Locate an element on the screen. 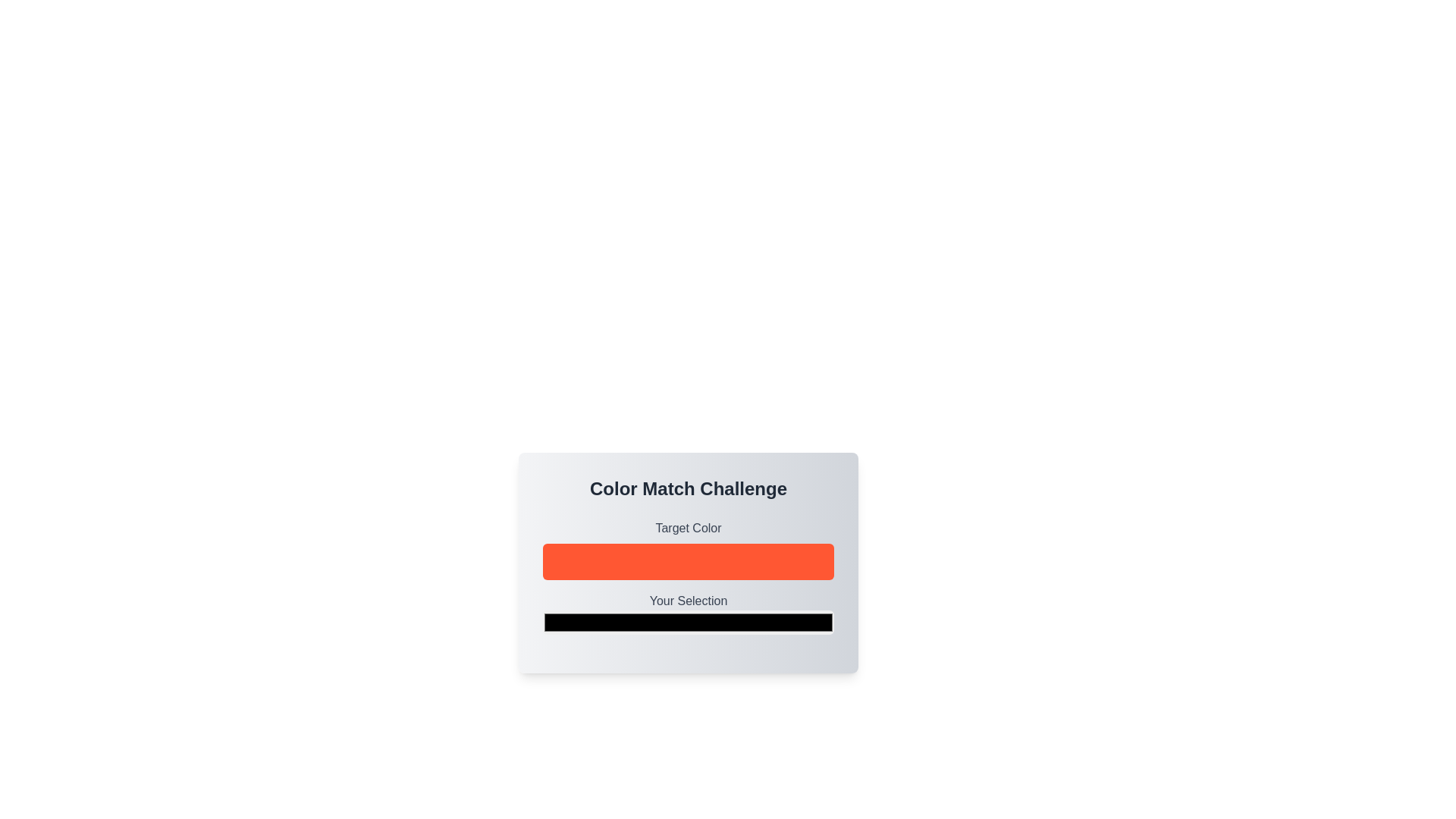 The width and height of the screenshot is (1456, 819). the text label displaying 'Your Selection', which is a medium gray text centered above the color-selection box is located at coordinates (687, 601).